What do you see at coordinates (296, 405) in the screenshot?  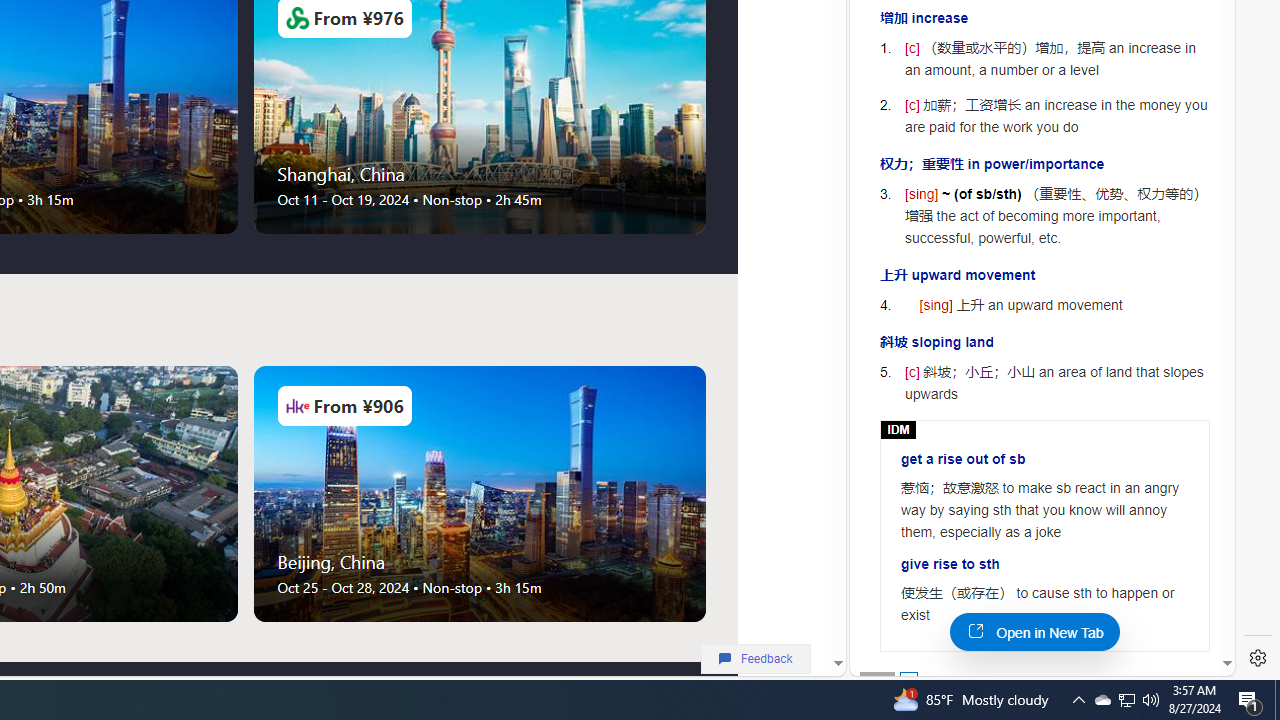 I see `'Airlines Logo'` at bounding box center [296, 405].